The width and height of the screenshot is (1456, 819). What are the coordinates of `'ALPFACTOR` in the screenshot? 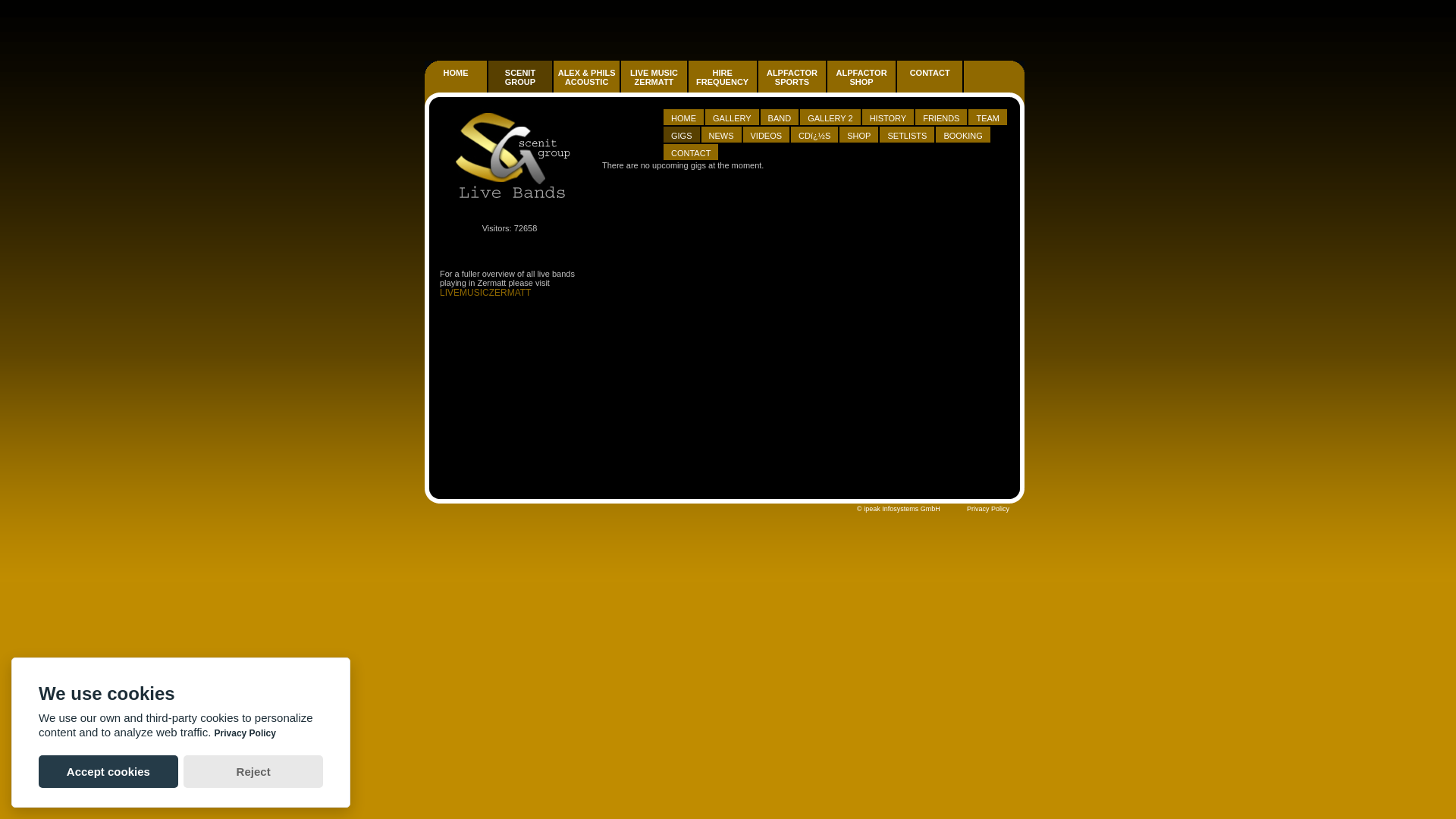 It's located at (861, 77).